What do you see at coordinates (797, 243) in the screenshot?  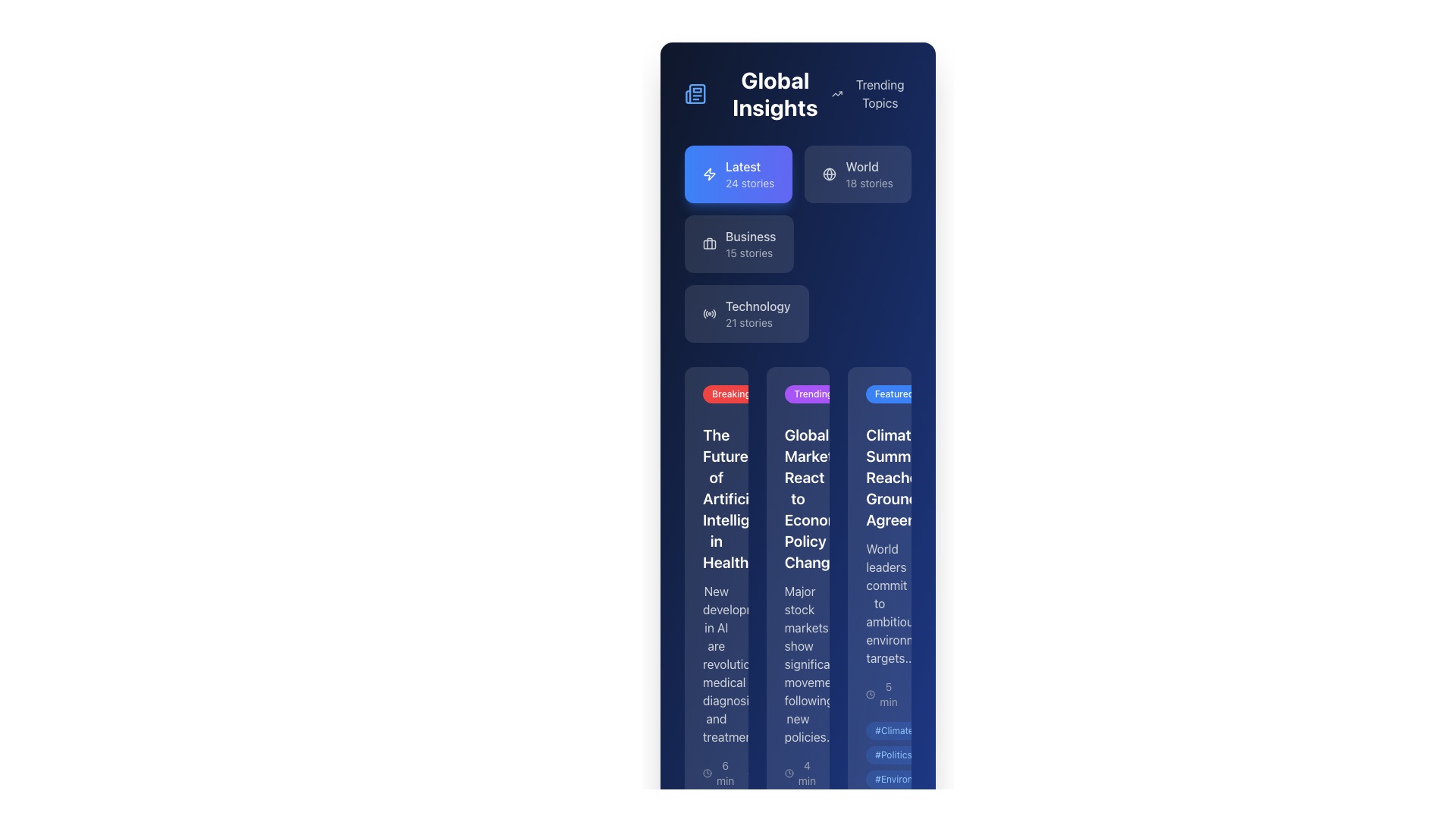 I see `the 'Latest', 'World', 'Business', and 'Technology' cards in the Grid of interactive cards` at bounding box center [797, 243].